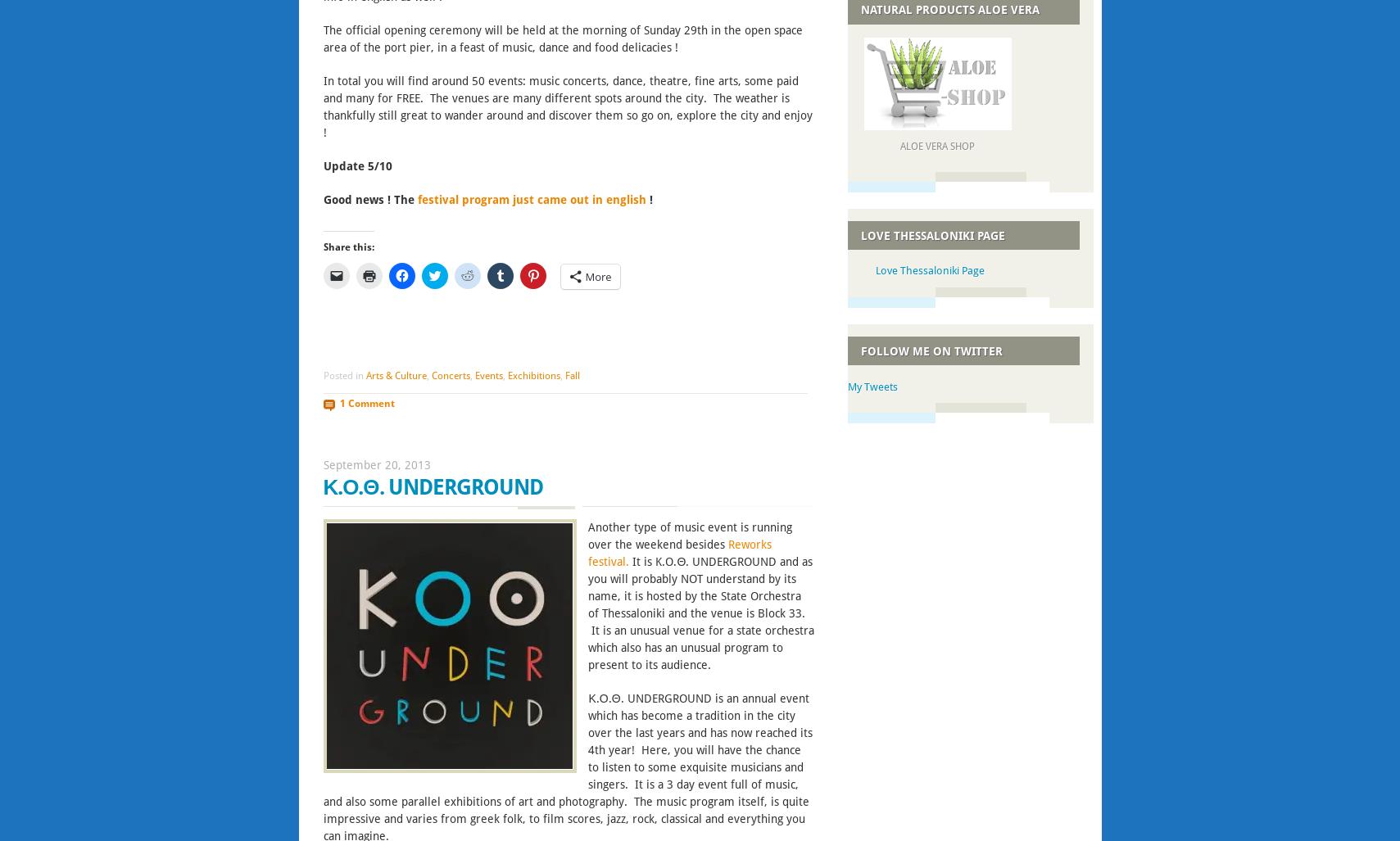 The width and height of the screenshot is (1400, 841). What do you see at coordinates (321, 165) in the screenshot?
I see `'Update 5/10'` at bounding box center [321, 165].